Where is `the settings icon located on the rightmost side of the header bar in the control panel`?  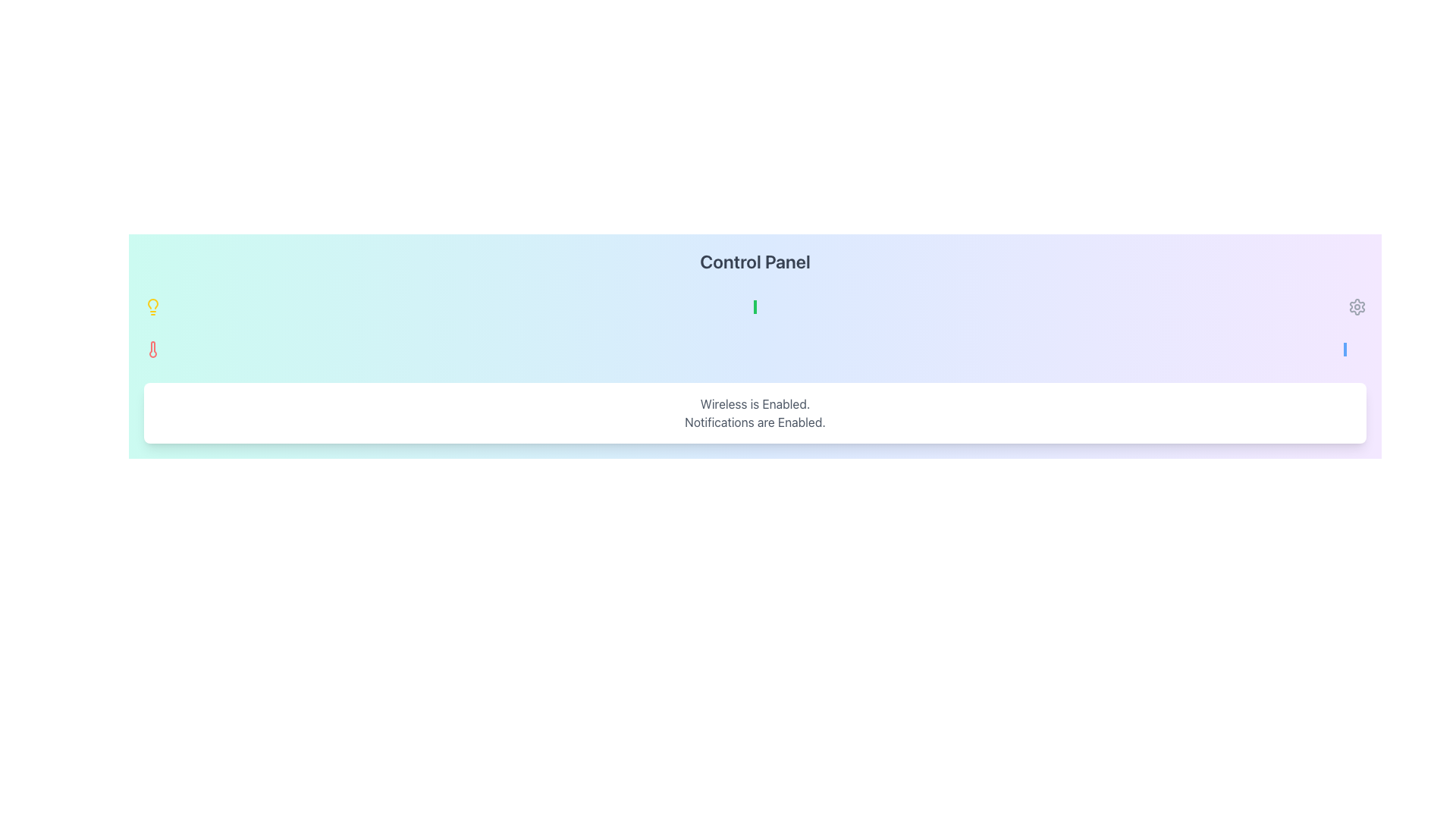
the settings icon located on the rightmost side of the header bar in the control panel is located at coordinates (1357, 307).